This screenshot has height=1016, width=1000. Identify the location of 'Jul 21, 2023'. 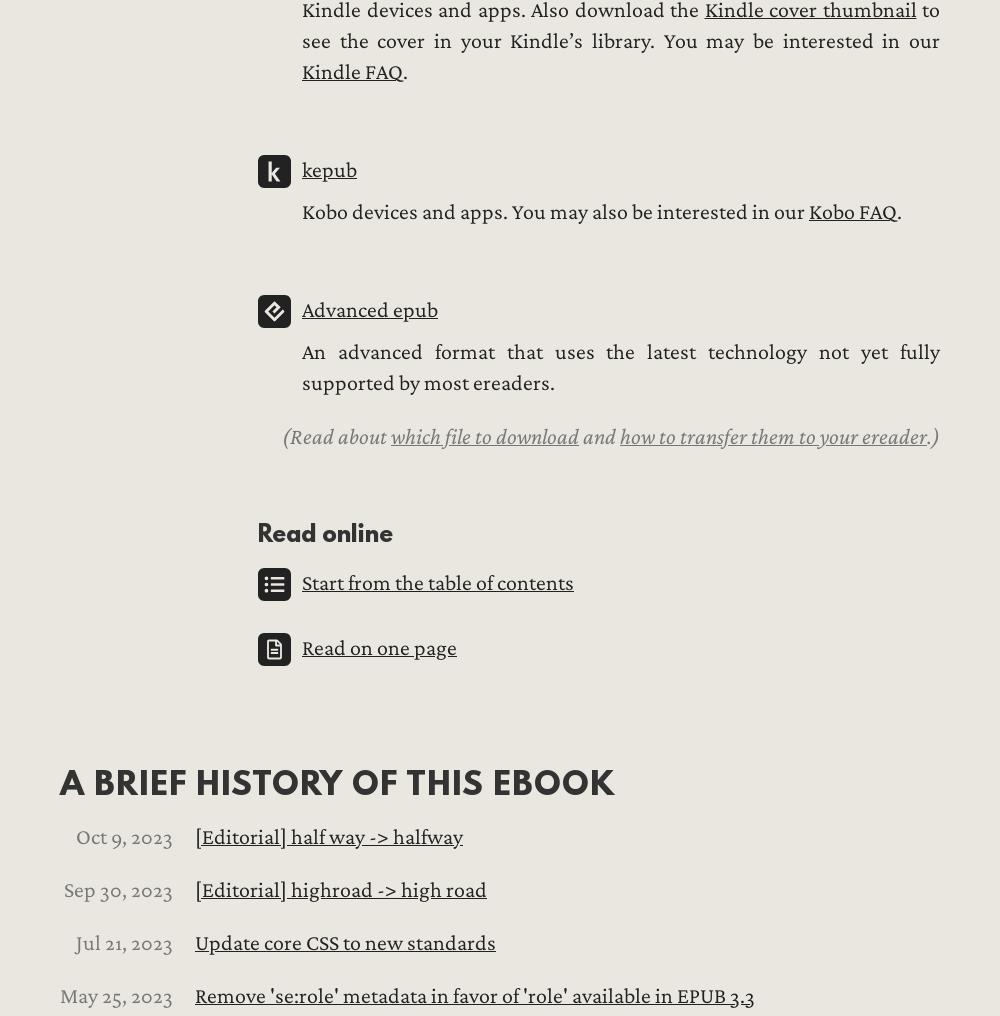
(123, 942).